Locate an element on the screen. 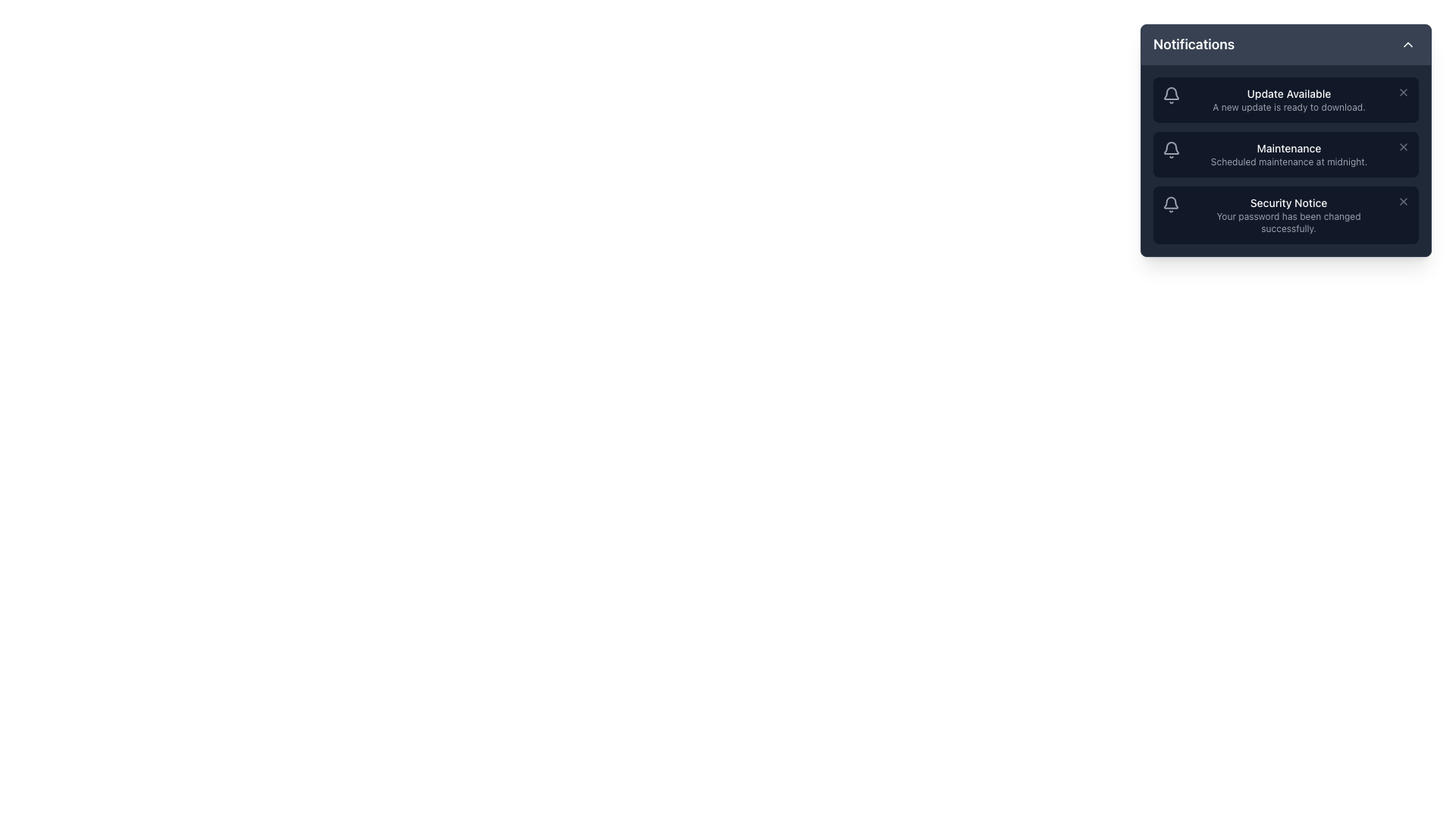  the text block containing the bolded heading 'Maintenance' and the description 'Scheduled maintenance at midnight.' which is located in the middle of a notification-style card is located at coordinates (1288, 155).